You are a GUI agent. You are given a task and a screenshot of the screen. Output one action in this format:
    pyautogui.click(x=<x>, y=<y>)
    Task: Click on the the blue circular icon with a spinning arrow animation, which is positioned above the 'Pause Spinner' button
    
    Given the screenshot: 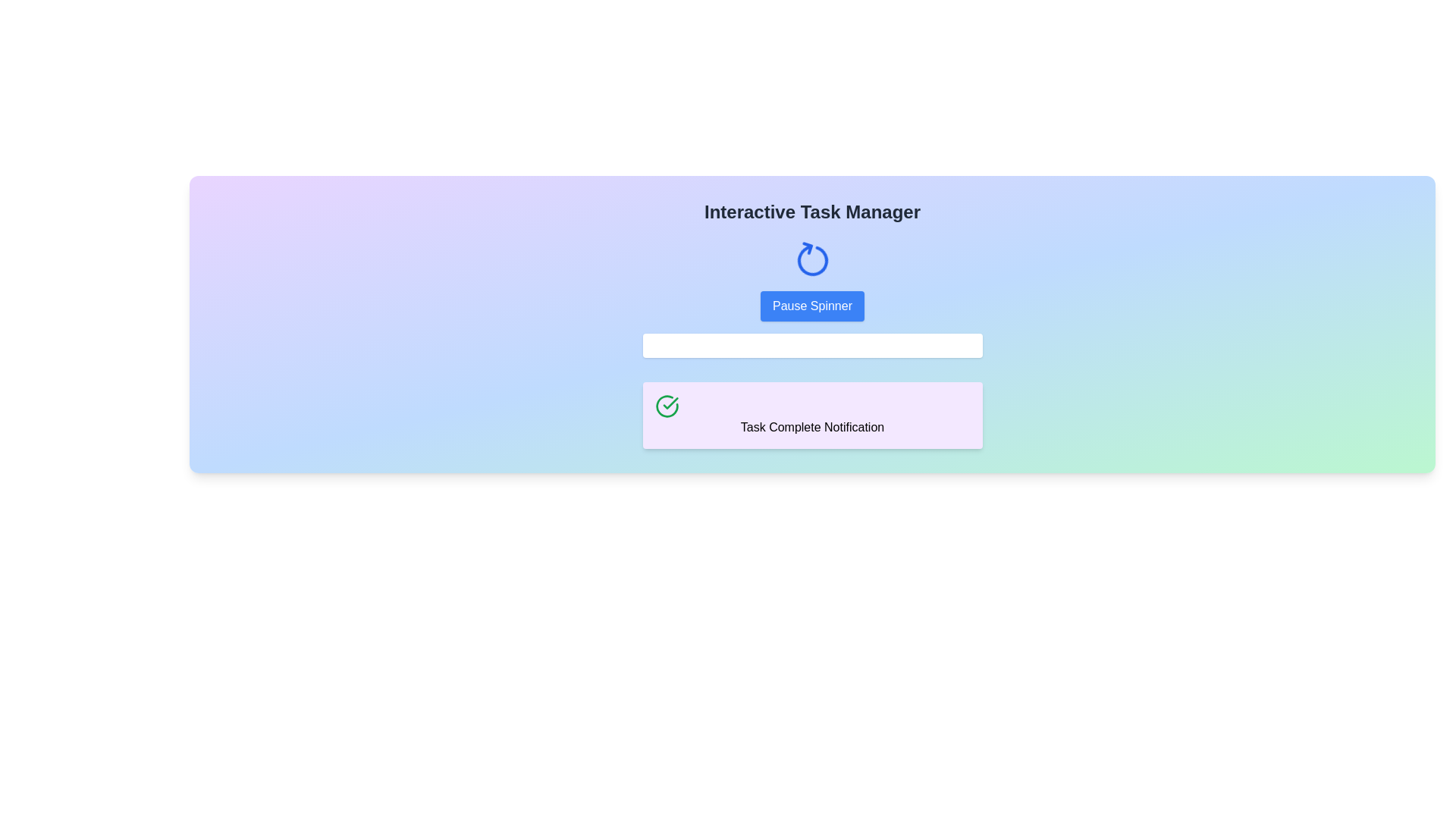 What is the action you would take?
    pyautogui.click(x=811, y=259)
    